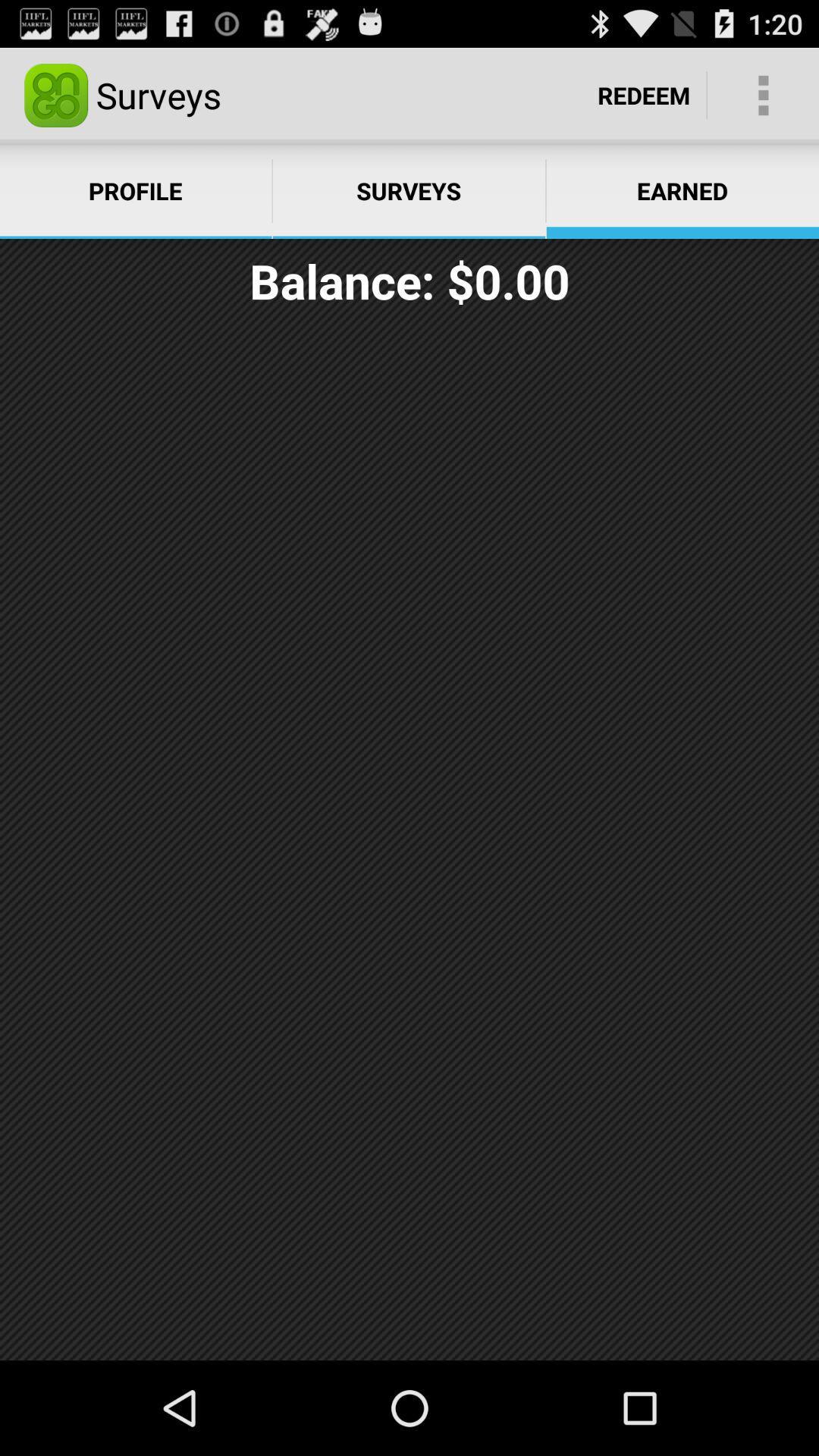 The height and width of the screenshot is (1456, 819). I want to click on the icon next to the redeem item, so click(763, 94).